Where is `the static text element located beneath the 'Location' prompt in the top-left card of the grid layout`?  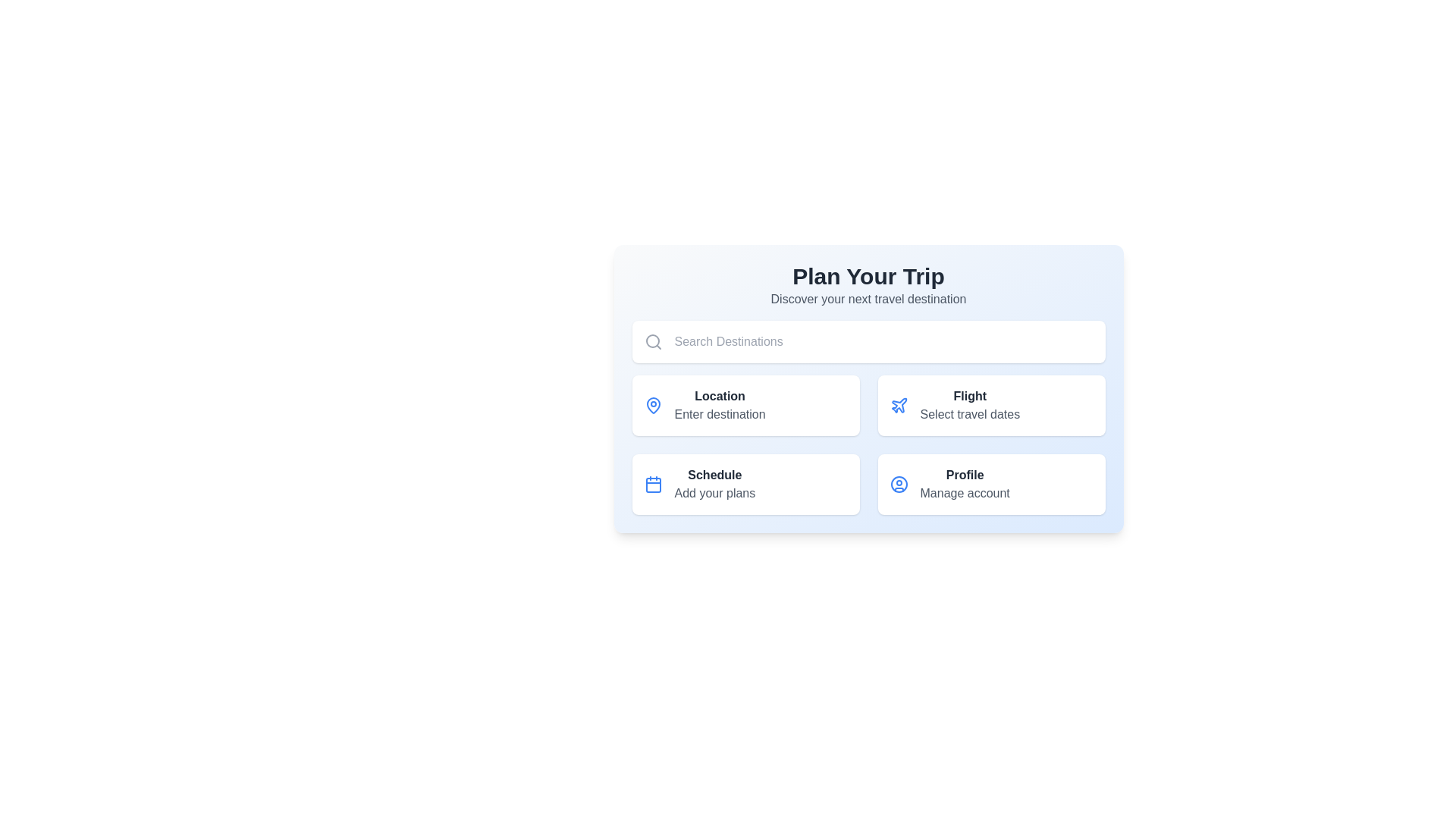
the static text element located beneath the 'Location' prompt in the top-left card of the grid layout is located at coordinates (719, 415).